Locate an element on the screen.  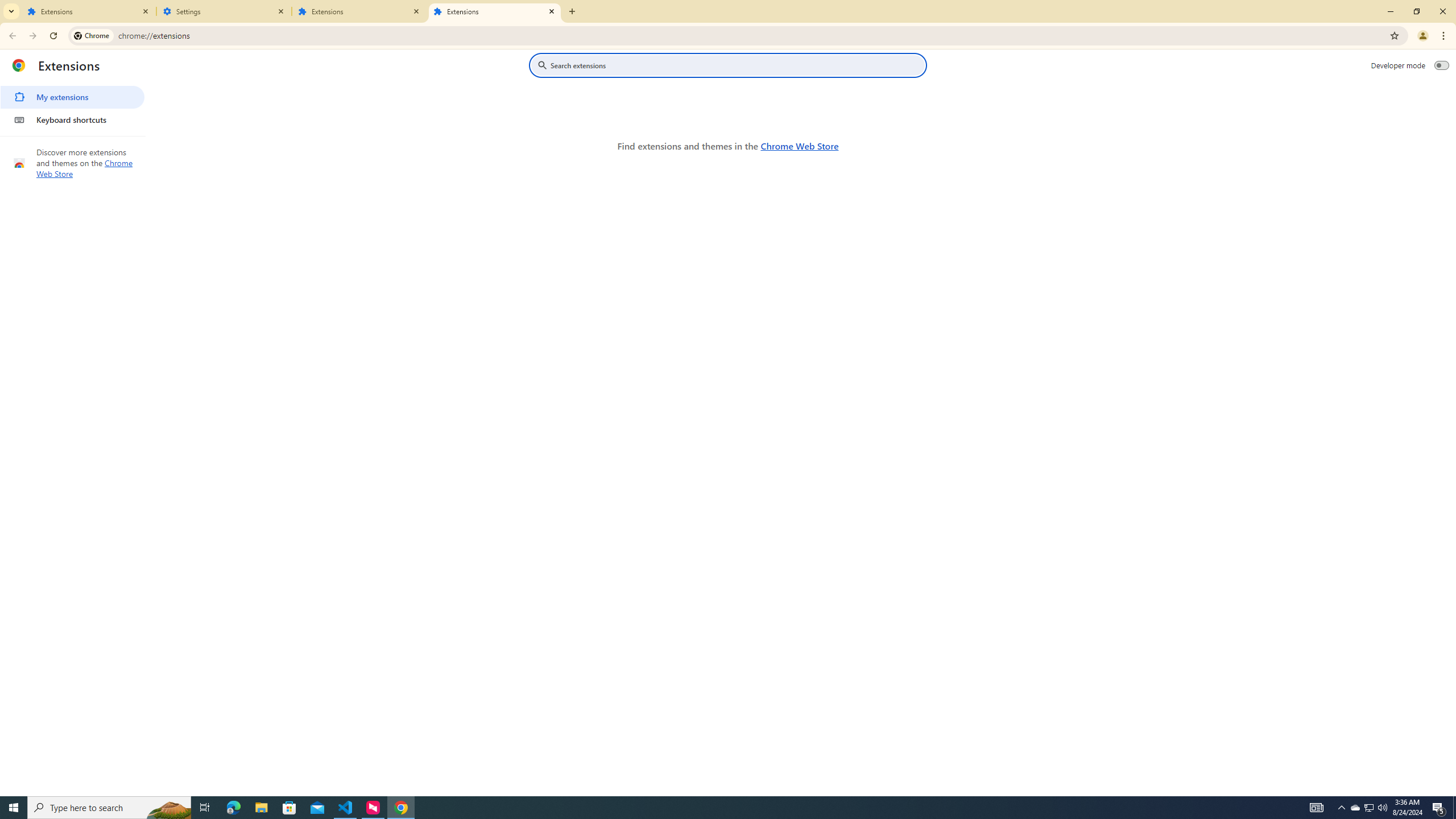
'AutomationID: sectionMenu' is located at coordinates (72, 105).